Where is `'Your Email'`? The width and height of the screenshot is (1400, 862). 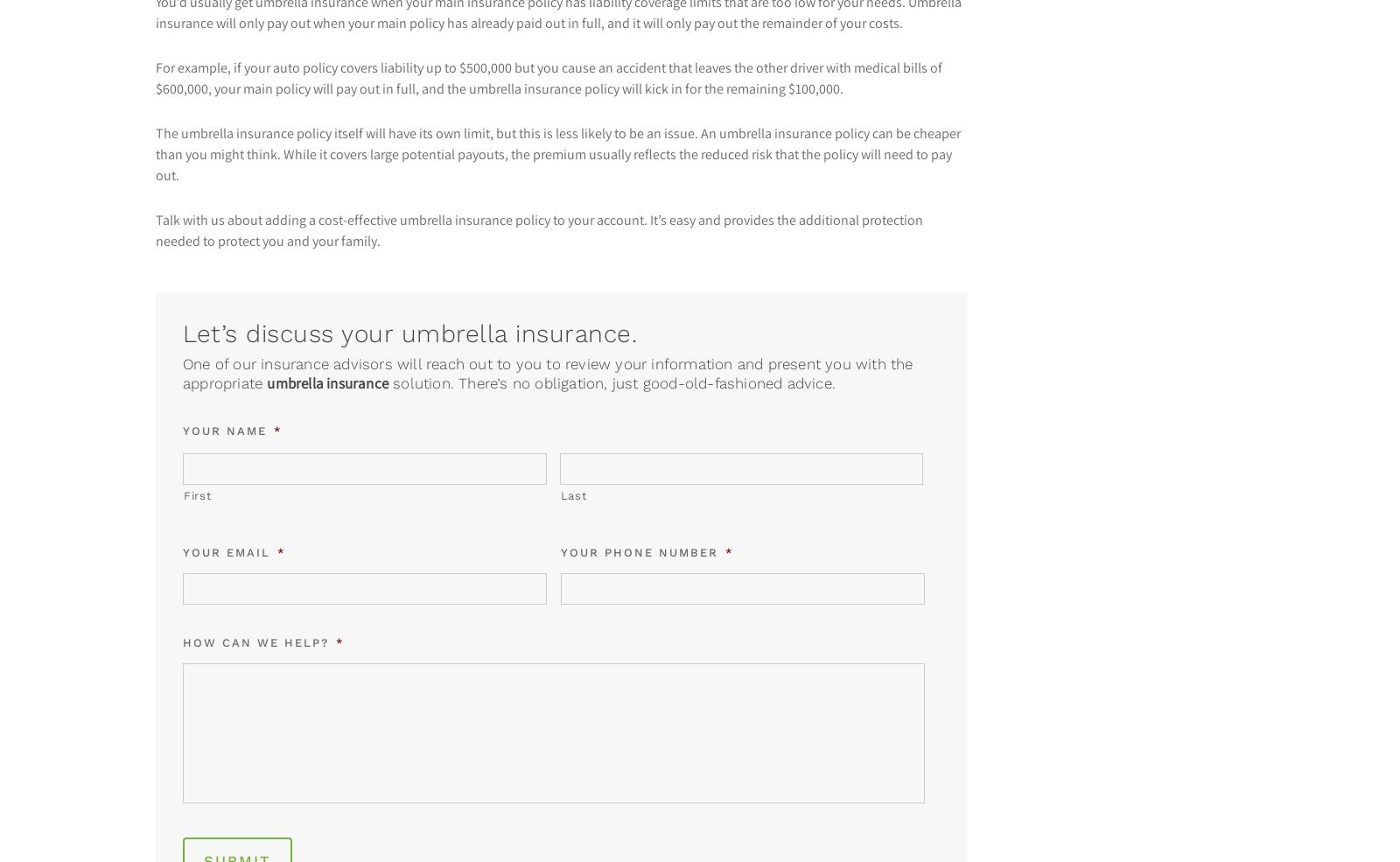
'Your Email' is located at coordinates (227, 551).